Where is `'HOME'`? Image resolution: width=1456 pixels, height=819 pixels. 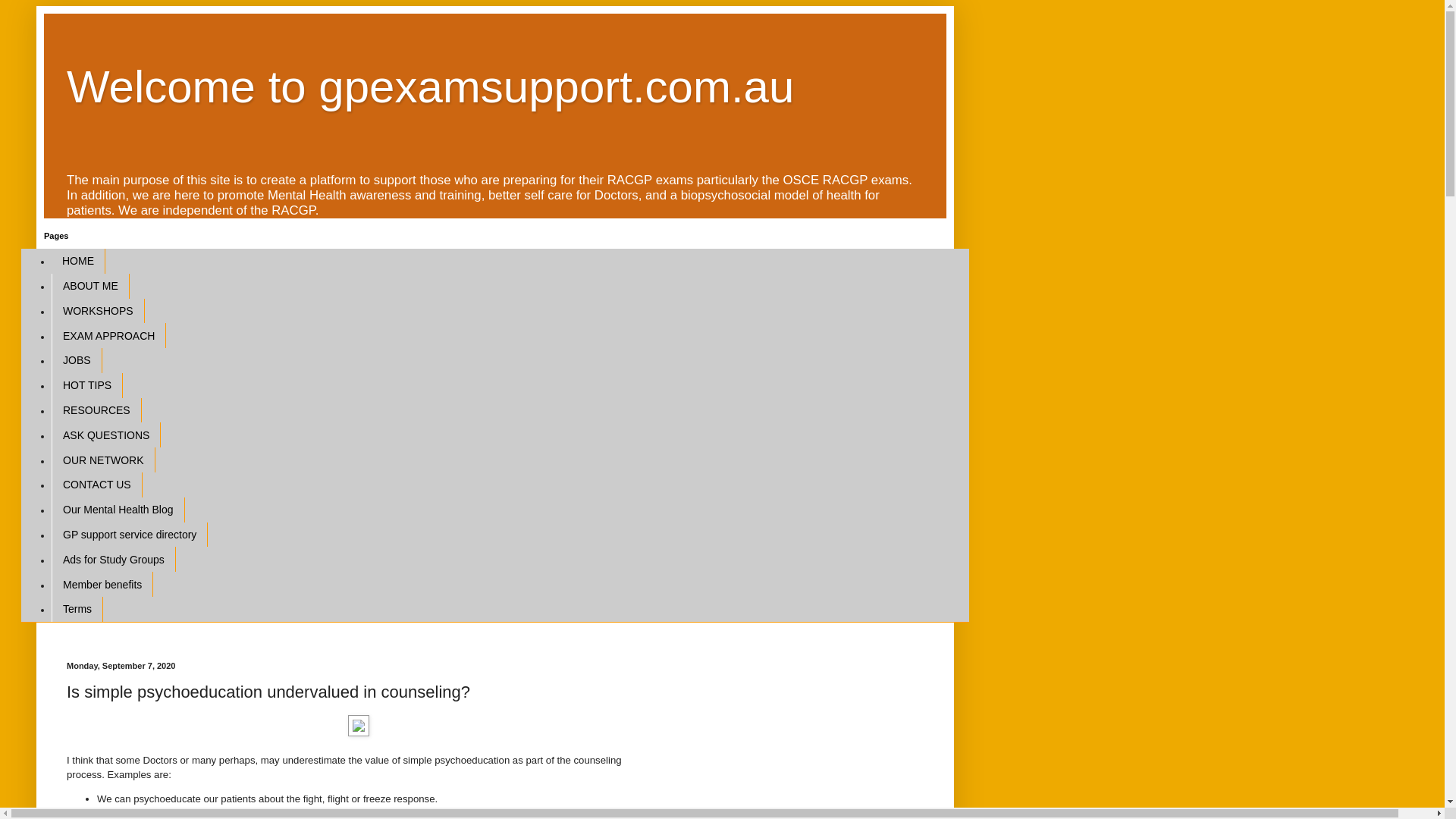
'HOME' is located at coordinates (77, 260).